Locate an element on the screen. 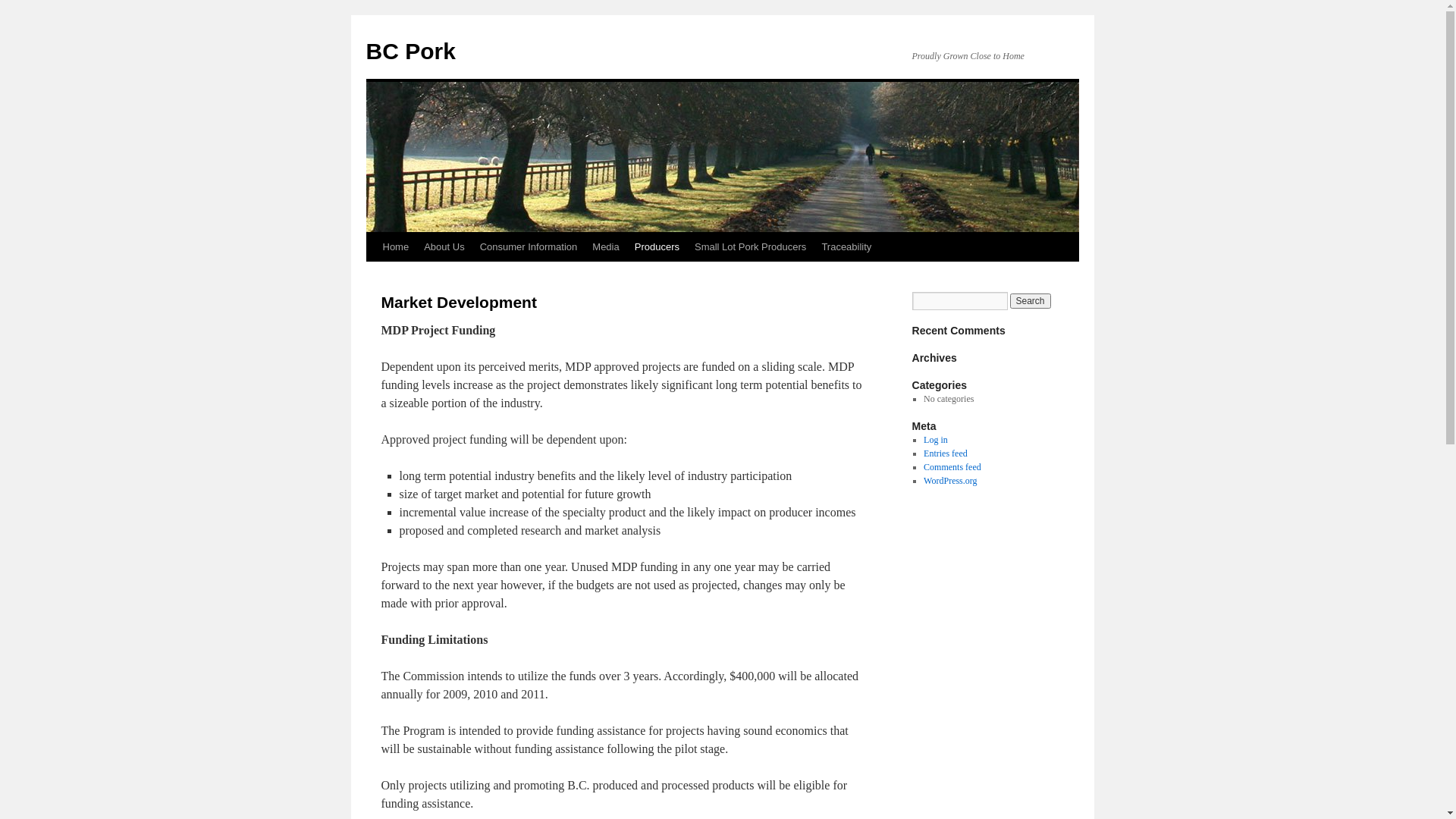 Image resolution: width=1456 pixels, height=819 pixels. 'Home' is located at coordinates (395, 246).